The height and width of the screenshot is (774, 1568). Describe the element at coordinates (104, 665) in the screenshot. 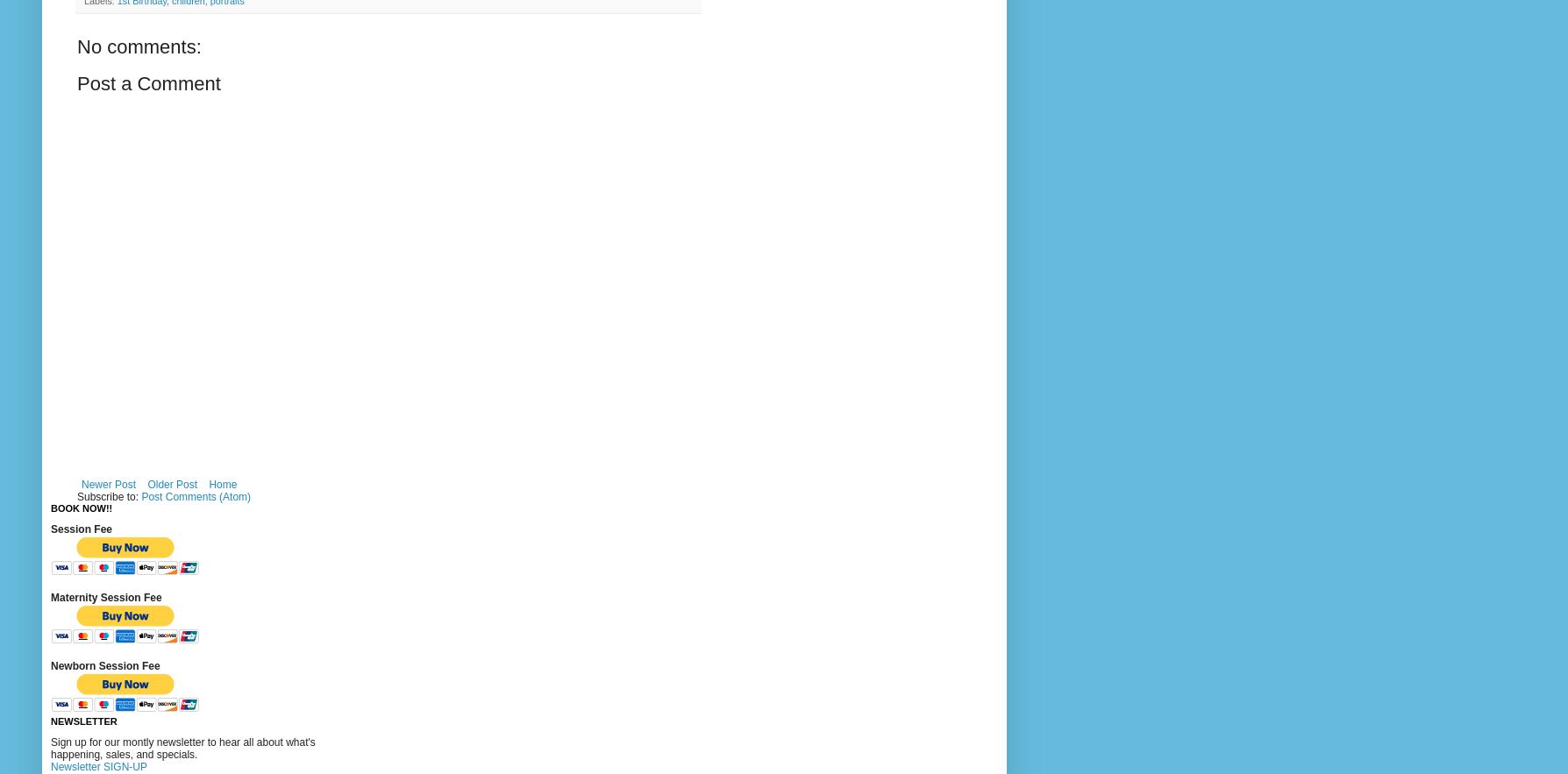

I see `'Newborn Session Fee'` at that location.